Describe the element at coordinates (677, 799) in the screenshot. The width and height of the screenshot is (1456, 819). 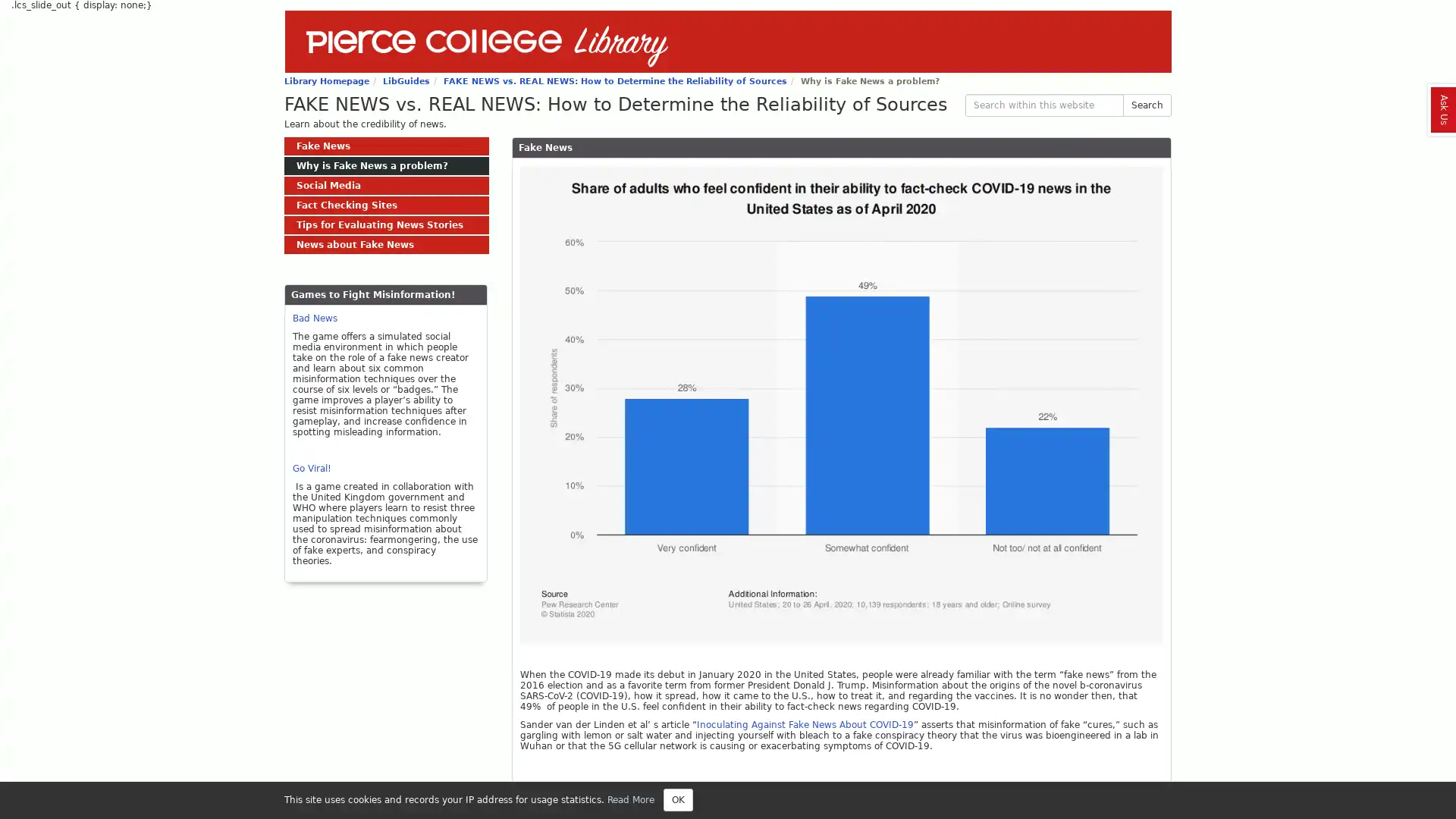
I see `Close` at that location.